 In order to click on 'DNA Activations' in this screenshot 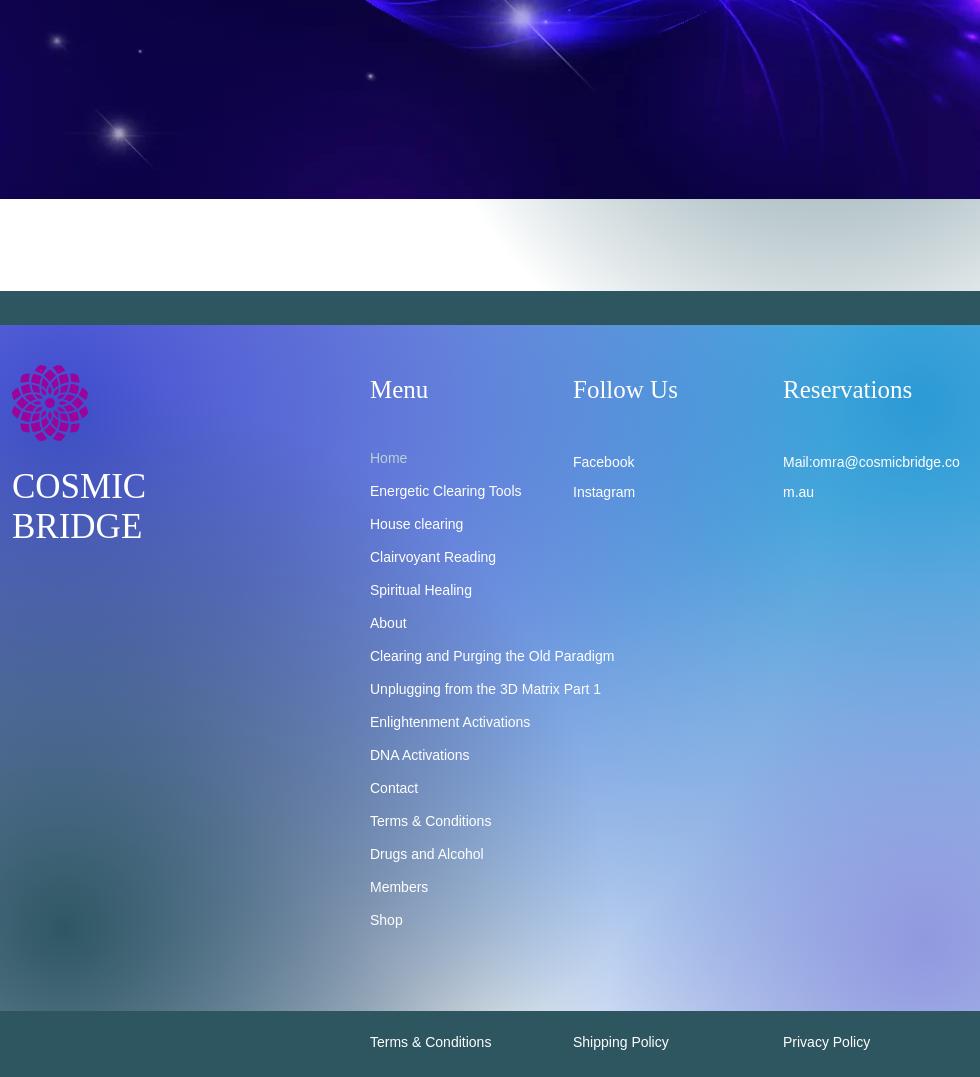, I will do `click(370, 753)`.